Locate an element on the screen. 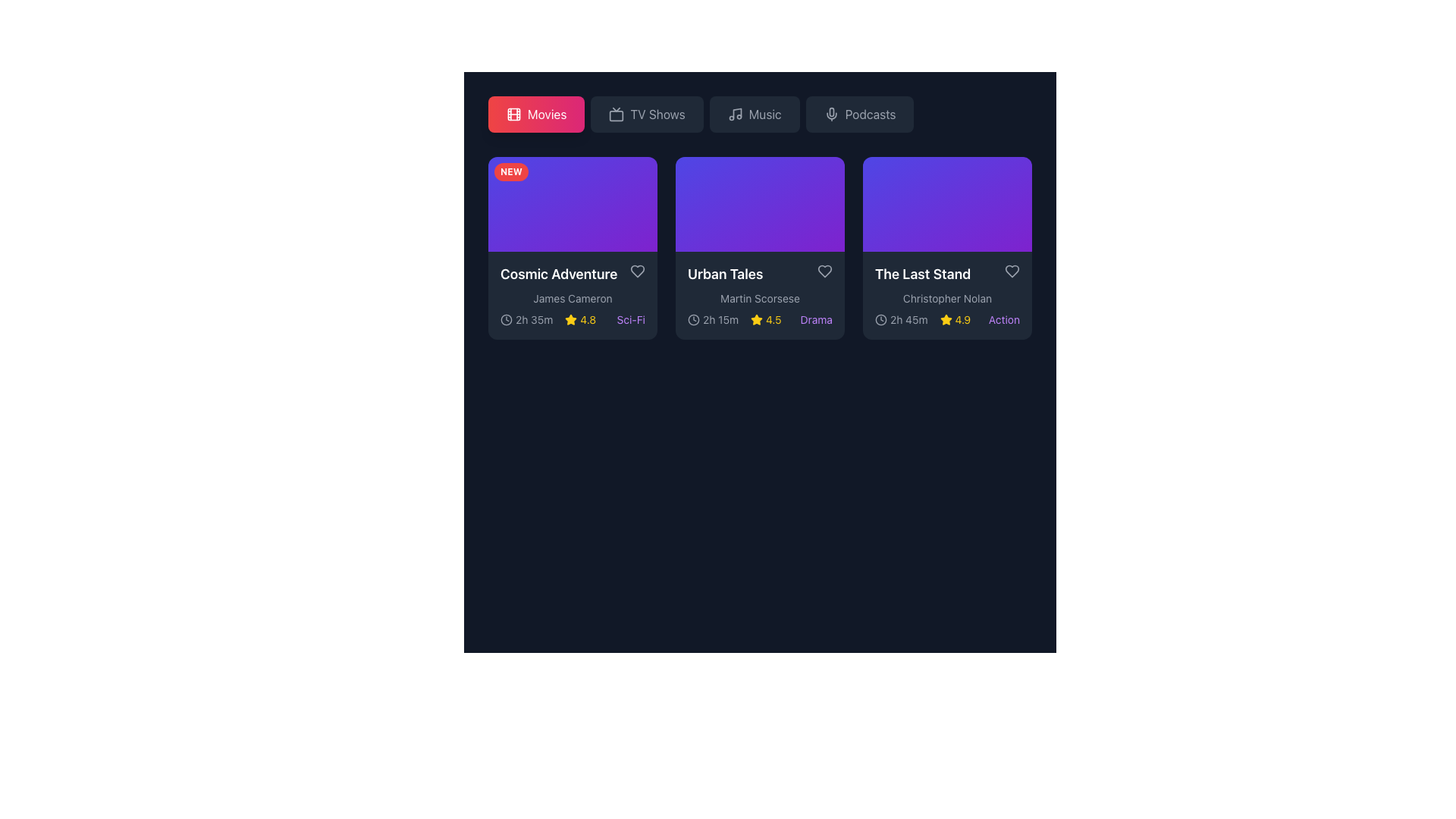 This screenshot has width=1456, height=819. the Composite metadata display that shows the duration, rating, and genre of the media item located at the bottom of the card for 'The Last Stand' directed by Christopher Nolan is located at coordinates (946, 319).